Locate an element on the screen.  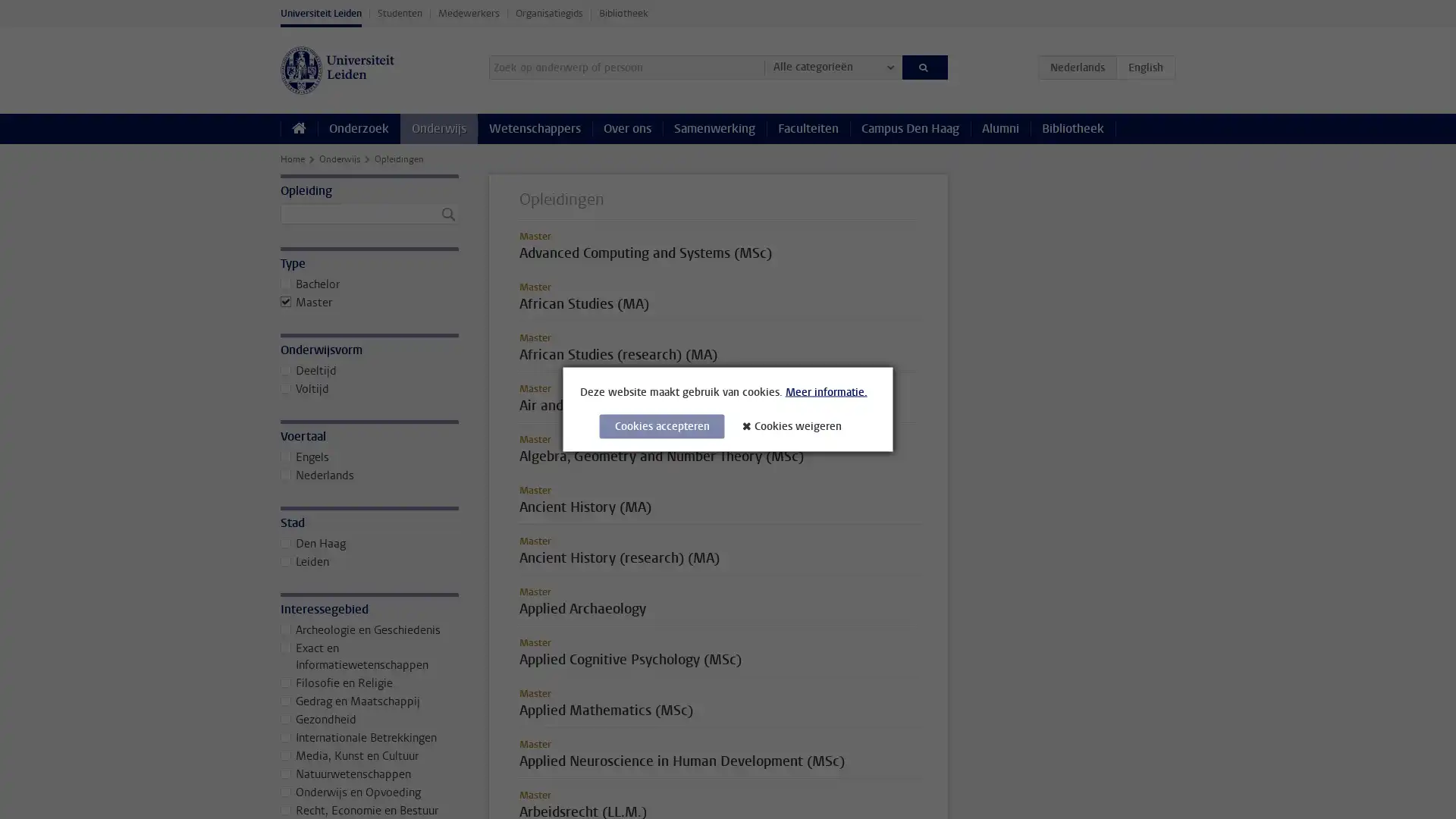
Zoeken is located at coordinates (924, 66).